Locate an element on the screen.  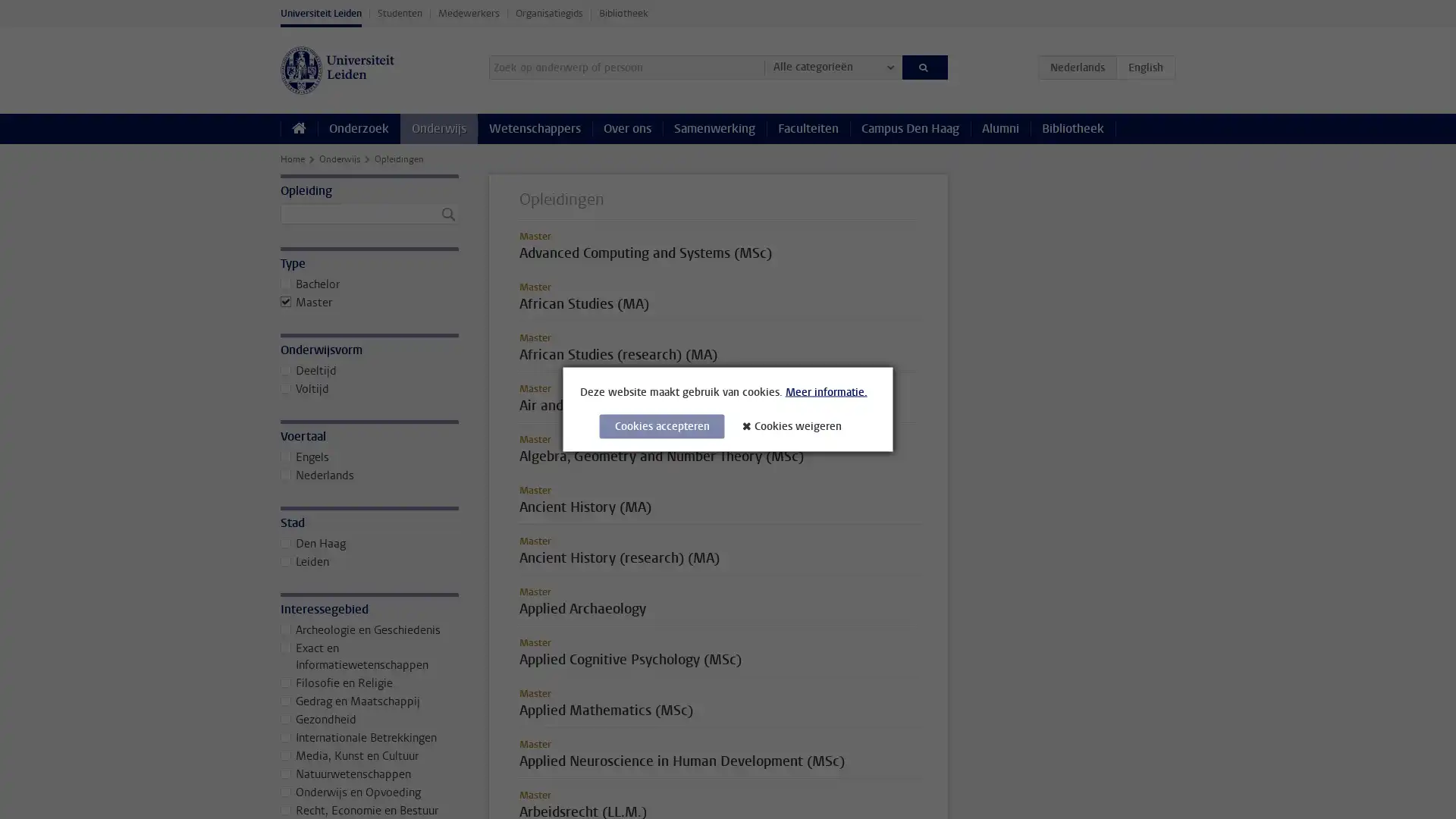
Zoeken is located at coordinates (924, 66).